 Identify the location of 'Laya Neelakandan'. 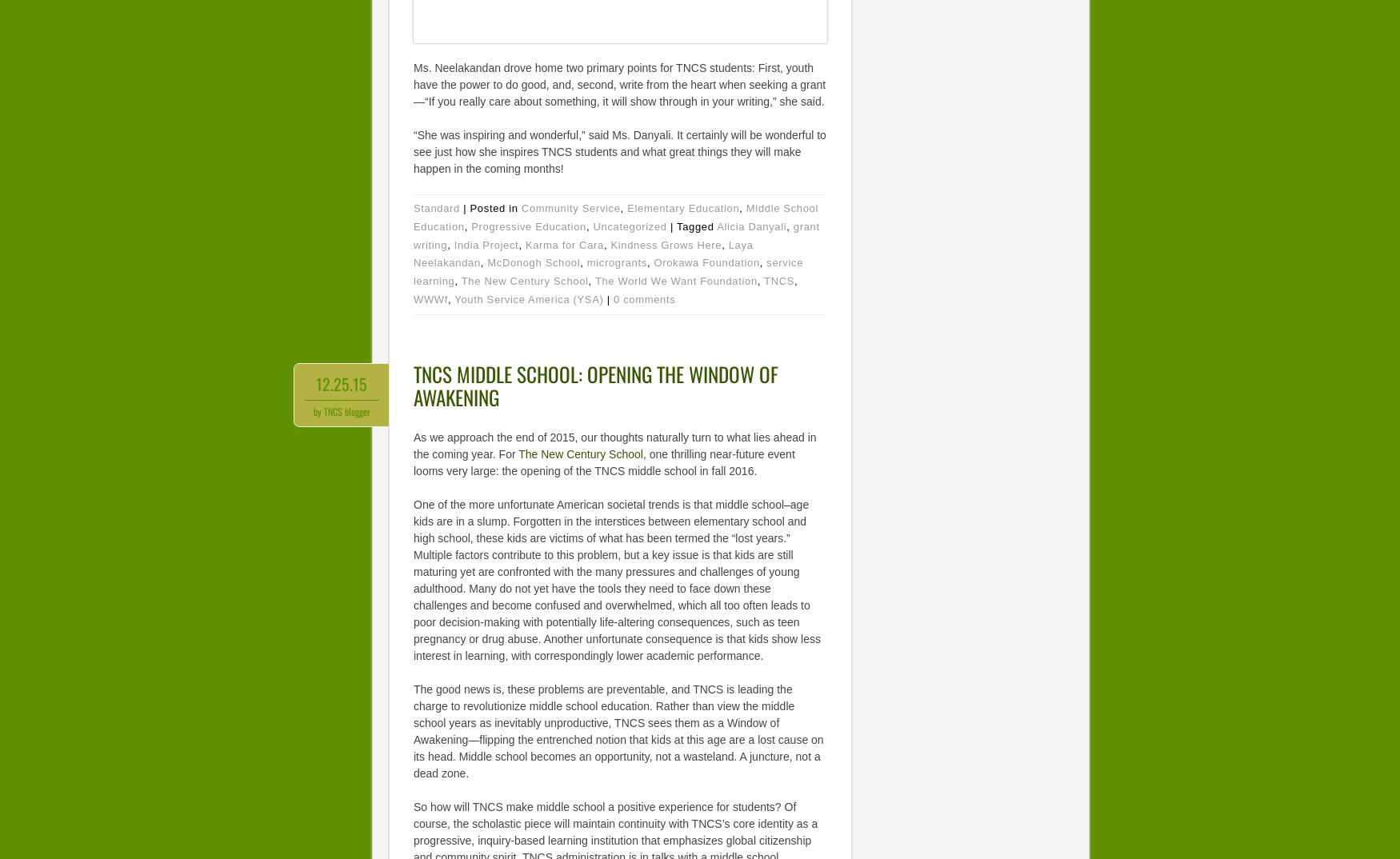
(412, 254).